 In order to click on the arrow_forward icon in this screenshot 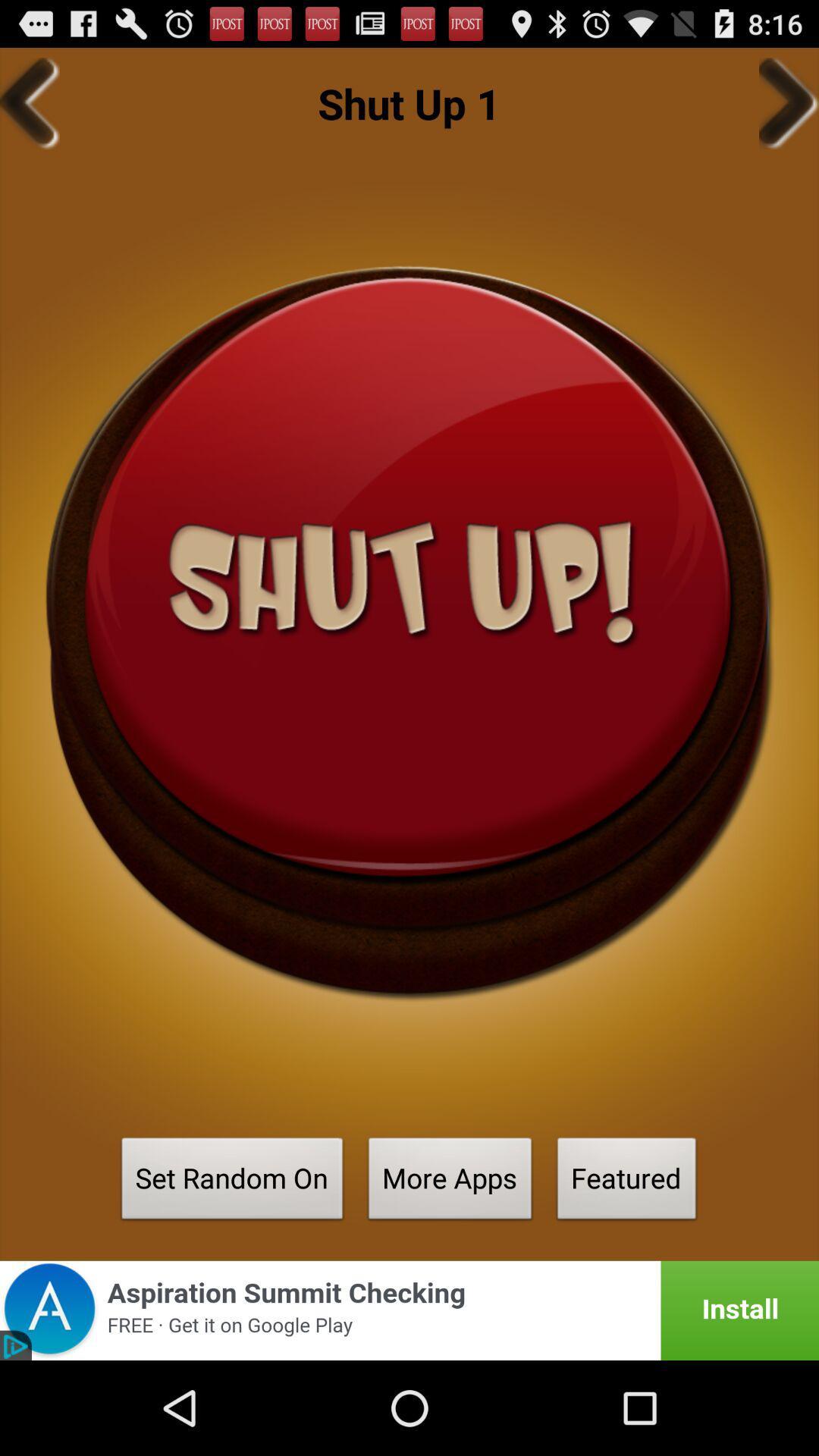, I will do `click(788, 110)`.